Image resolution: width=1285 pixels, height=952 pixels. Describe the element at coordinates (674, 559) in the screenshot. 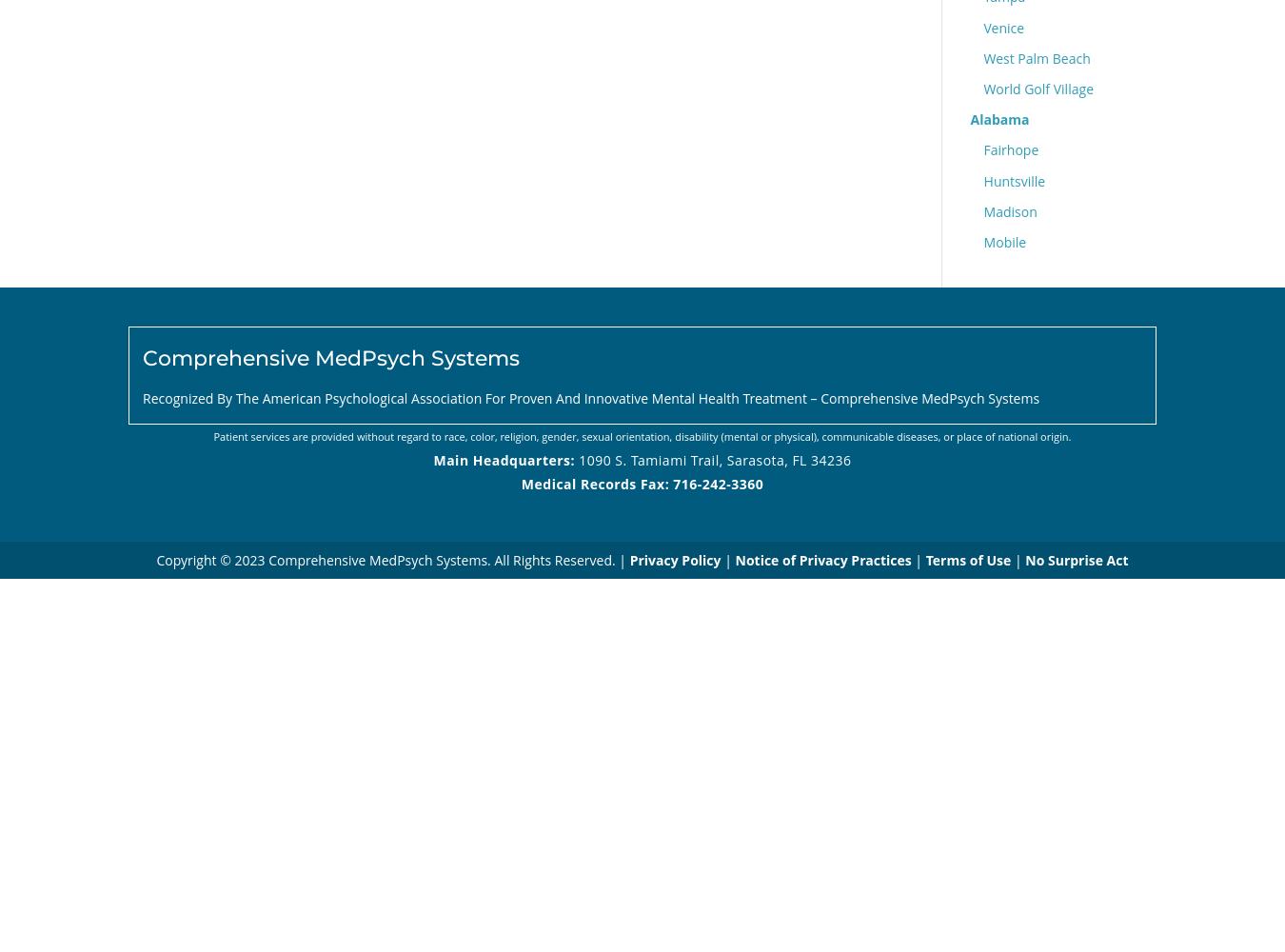

I see `'Privacy Policy'` at that location.